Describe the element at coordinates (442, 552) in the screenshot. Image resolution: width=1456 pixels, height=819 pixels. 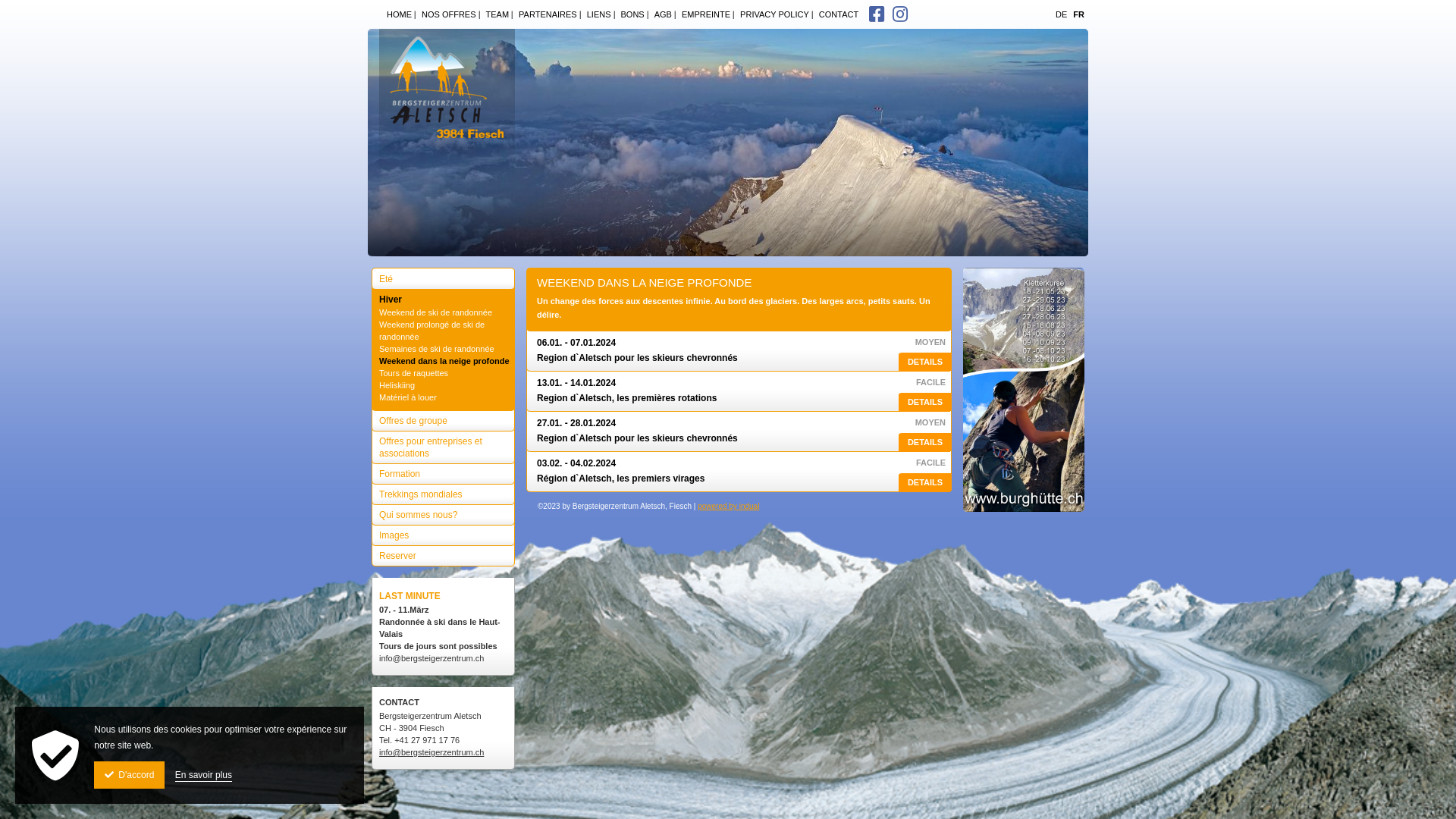
I see `'Reserver'` at that location.